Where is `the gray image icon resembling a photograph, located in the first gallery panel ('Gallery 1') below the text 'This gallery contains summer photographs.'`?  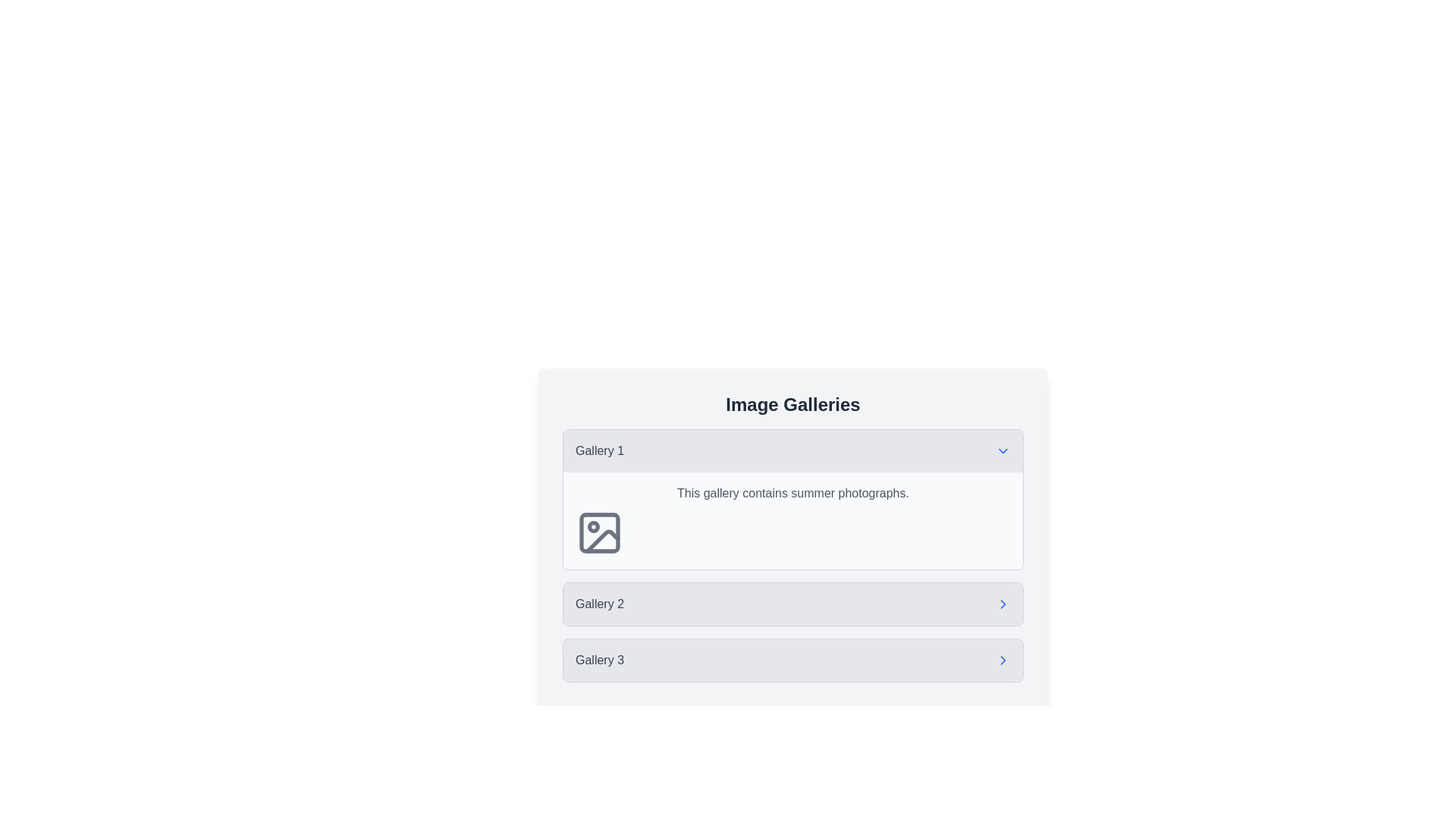
the gray image icon resembling a photograph, located in the first gallery panel ('Gallery 1') below the text 'This gallery contains summer photographs.' is located at coordinates (599, 532).